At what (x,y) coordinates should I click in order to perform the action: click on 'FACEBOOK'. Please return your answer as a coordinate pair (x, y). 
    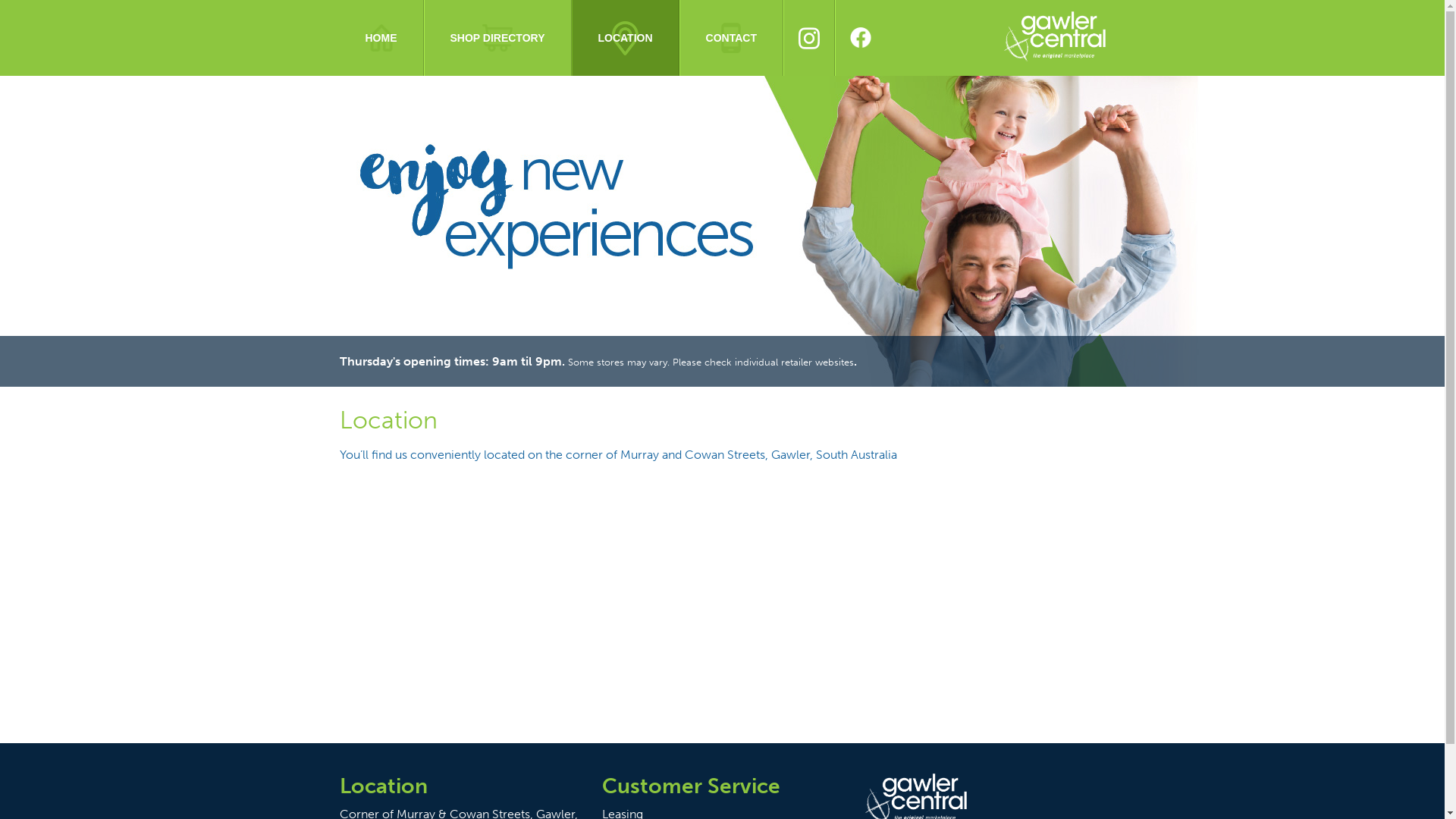
    Looking at the image, I should click on (833, 37).